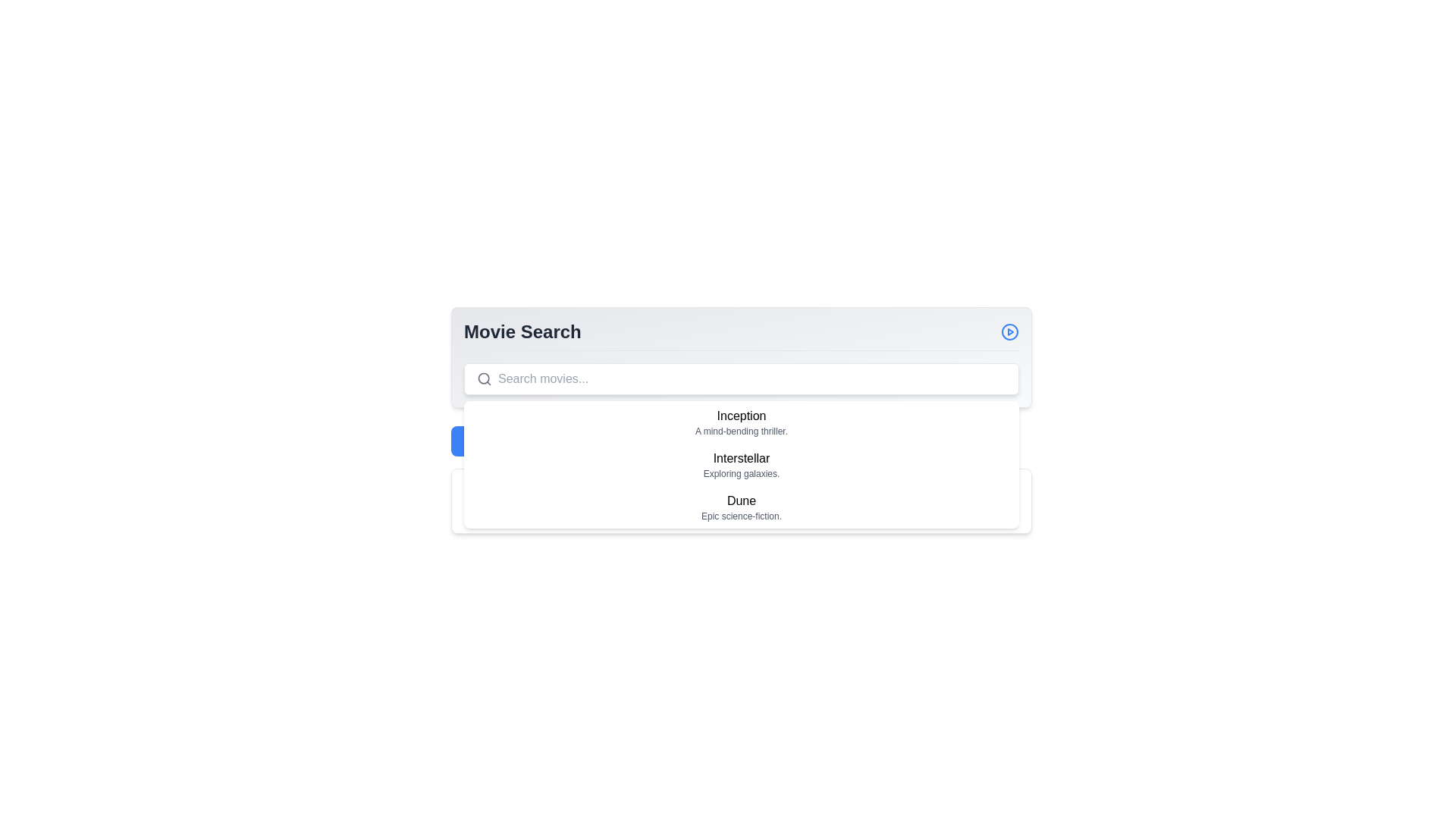 This screenshot has width=1456, height=819. I want to click on the static display text reading 'Epic science-fiction.' located in the dropdown menu under the 'Dune' title, so click(742, 516).